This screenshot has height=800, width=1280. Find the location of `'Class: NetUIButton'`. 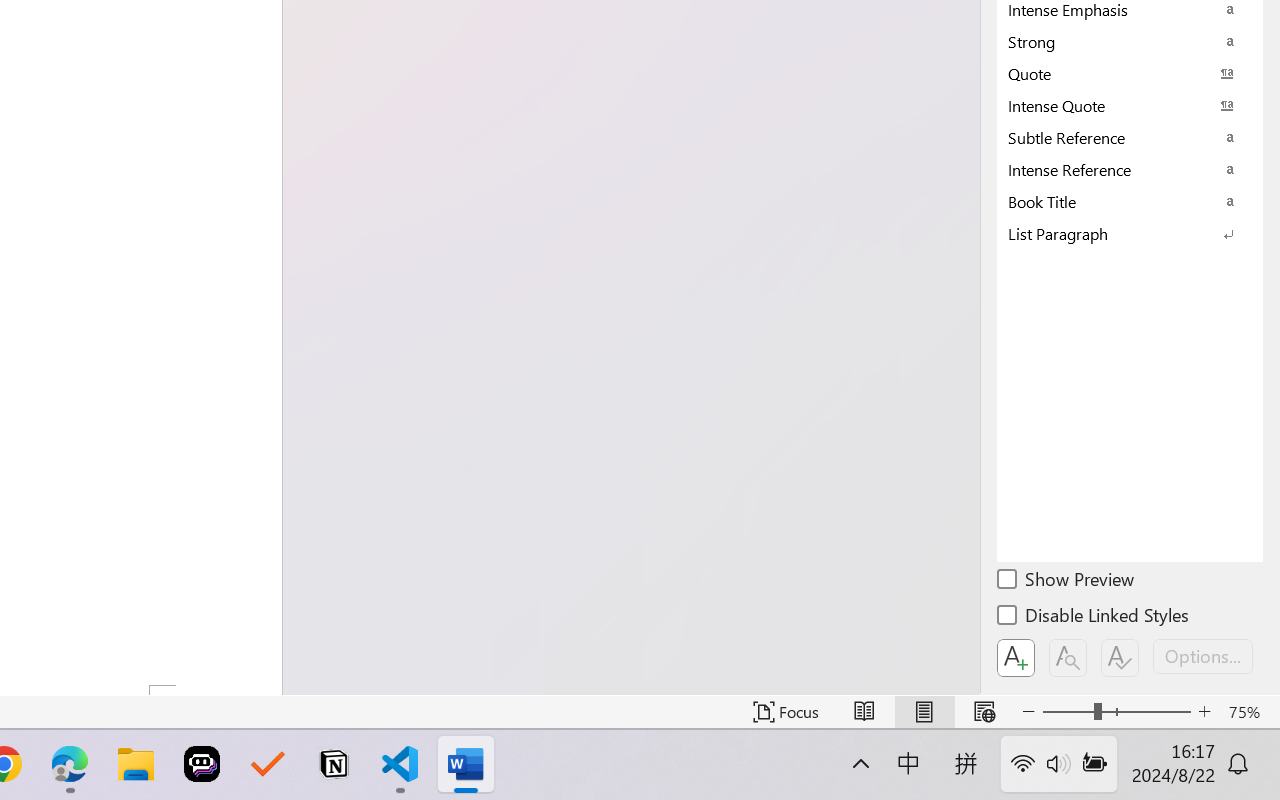

'Class: NetUIButton' is located at coordinates (1120, 657).